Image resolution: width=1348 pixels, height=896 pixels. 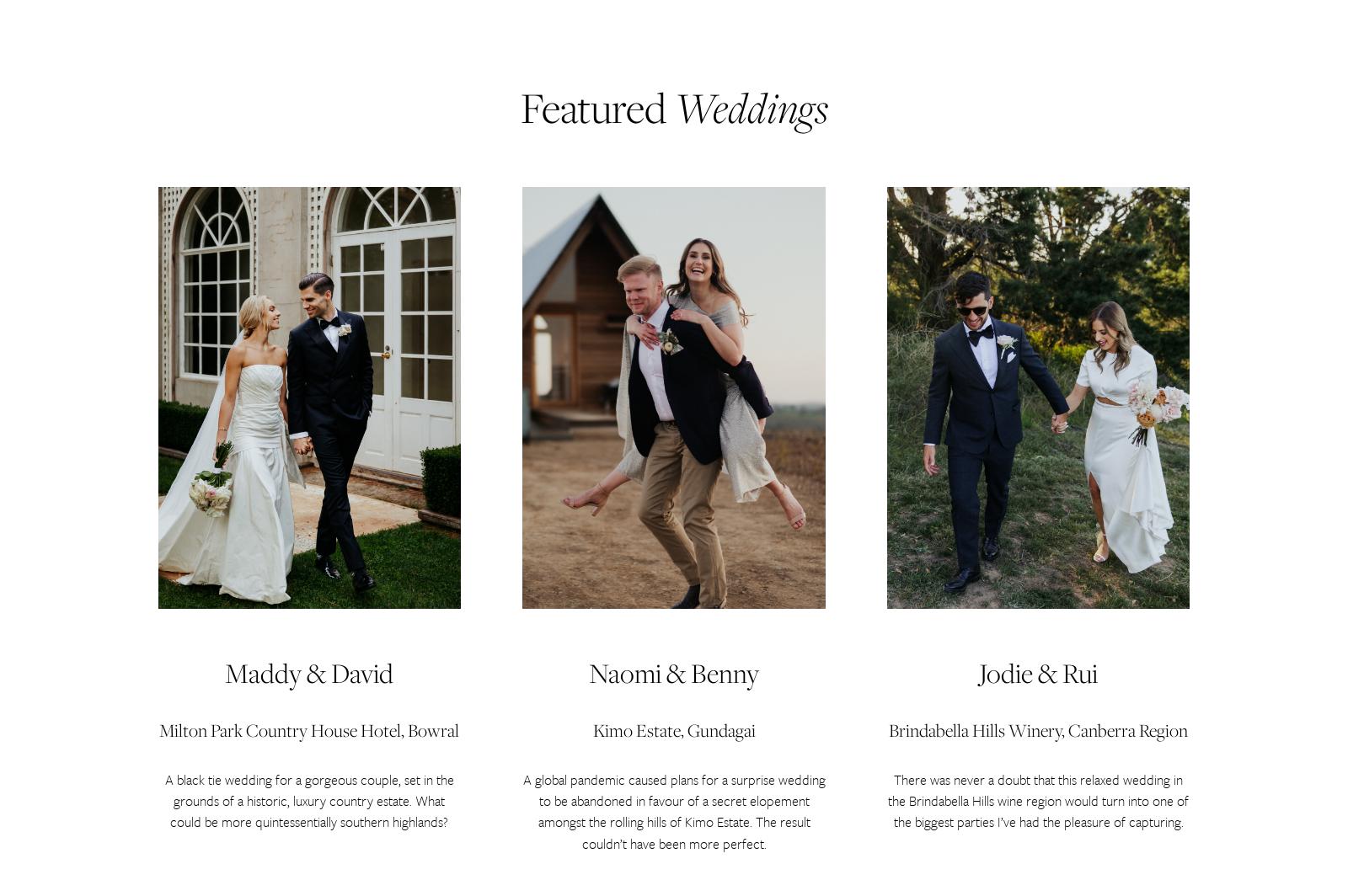 I want to click on 'Naomi & Benny', so click(x=674, y=672).